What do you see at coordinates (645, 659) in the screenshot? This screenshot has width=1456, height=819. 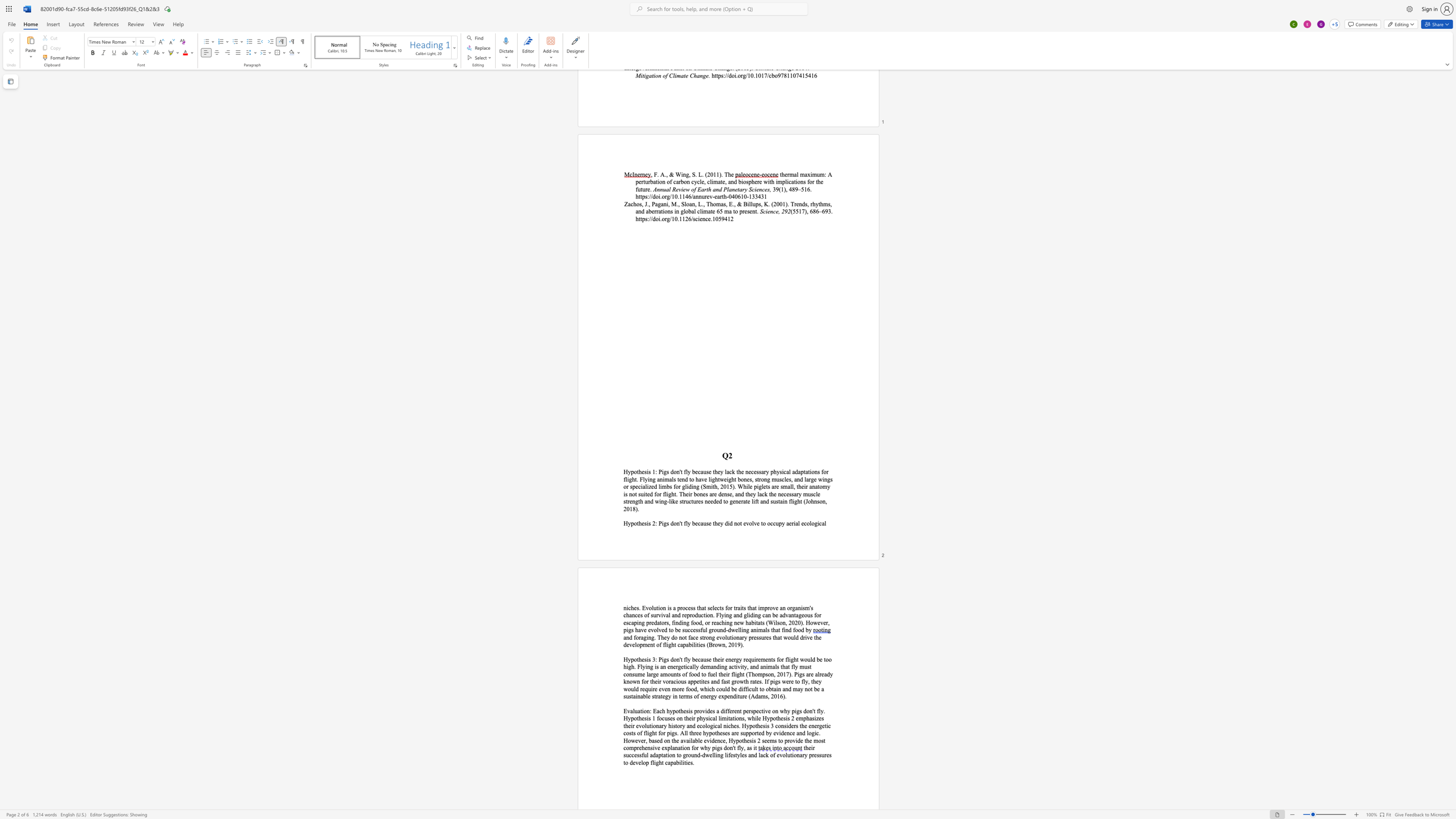 I see `the 1th character "s" in the text` at bounding box center [645, 659].